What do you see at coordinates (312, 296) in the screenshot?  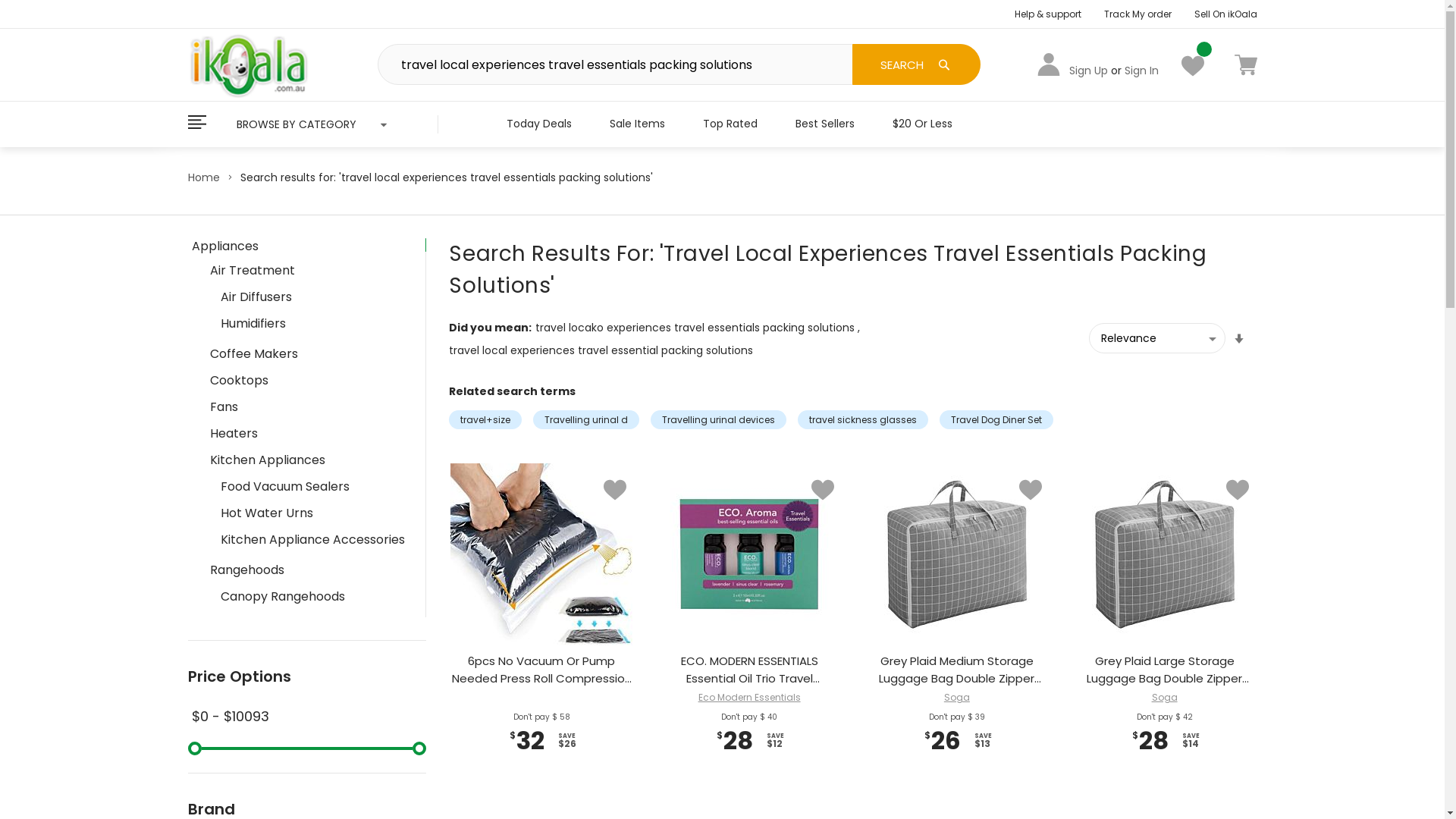 I see `'Air Diffusers'` at bounding box center [312, 296].